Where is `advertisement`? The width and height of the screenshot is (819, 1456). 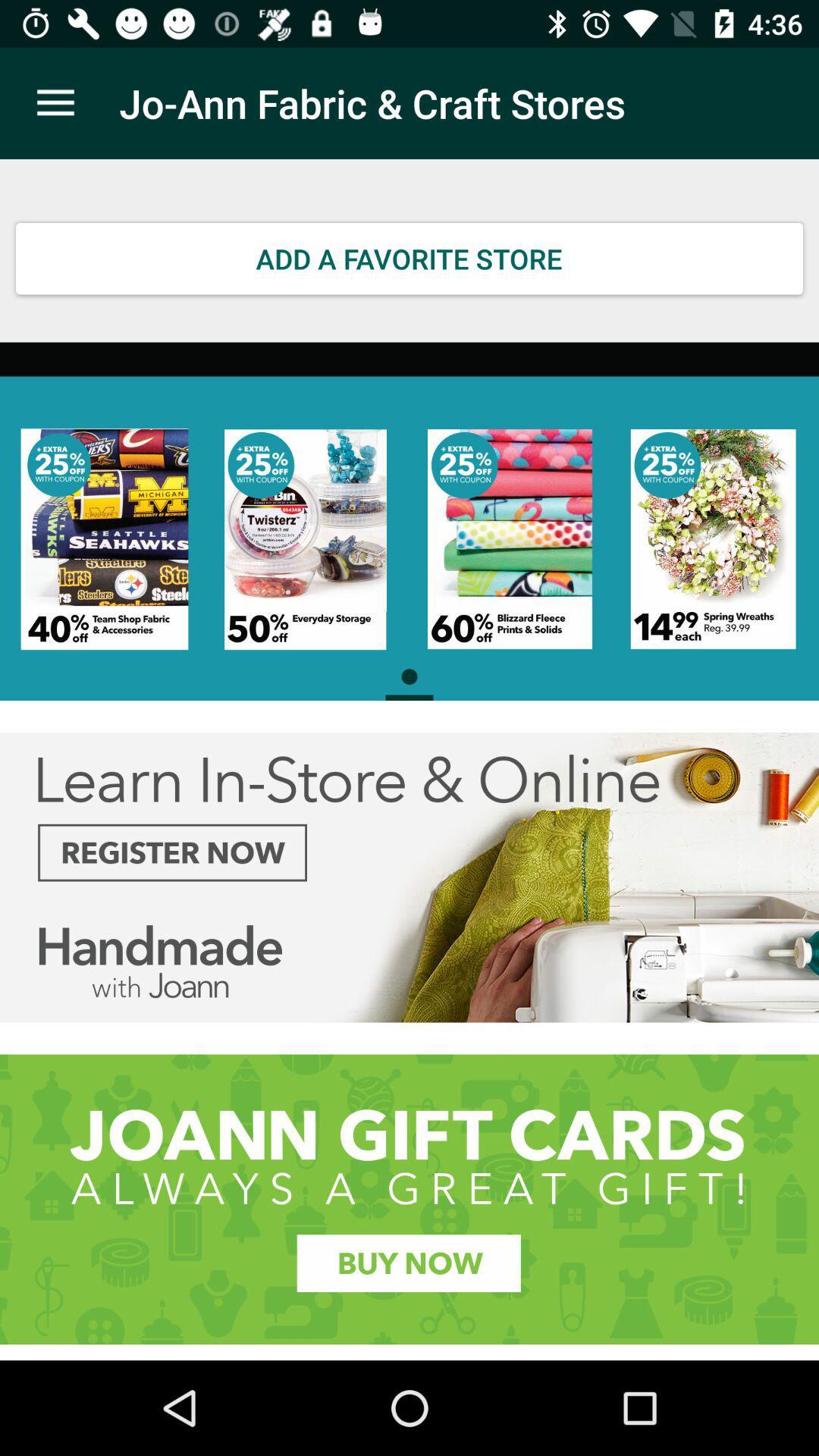 advertisement is located at coordinates (409, 877).